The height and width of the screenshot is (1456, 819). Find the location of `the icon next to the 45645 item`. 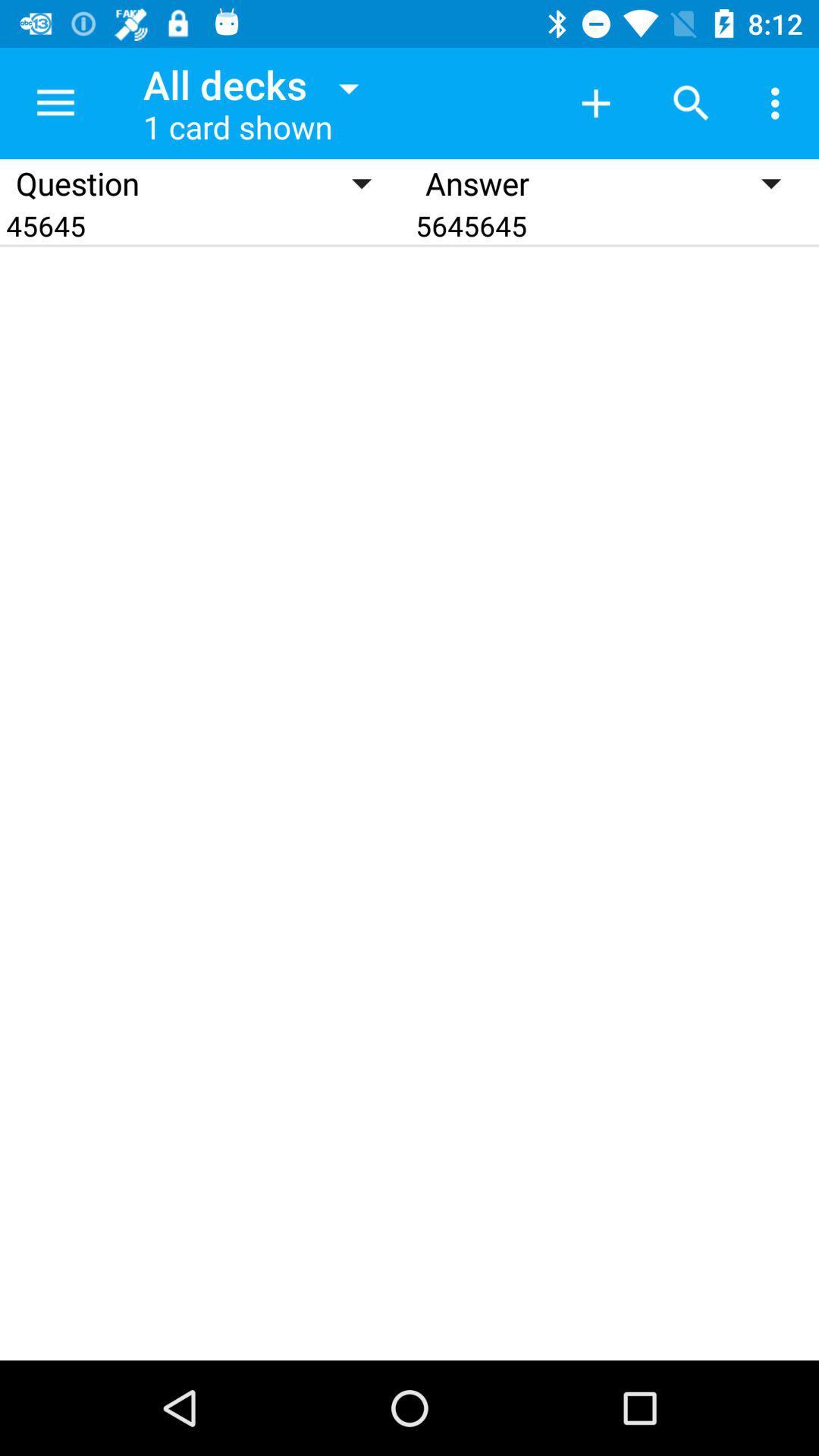

the icon next to the 45645 item is located at coordinates (614, 224).